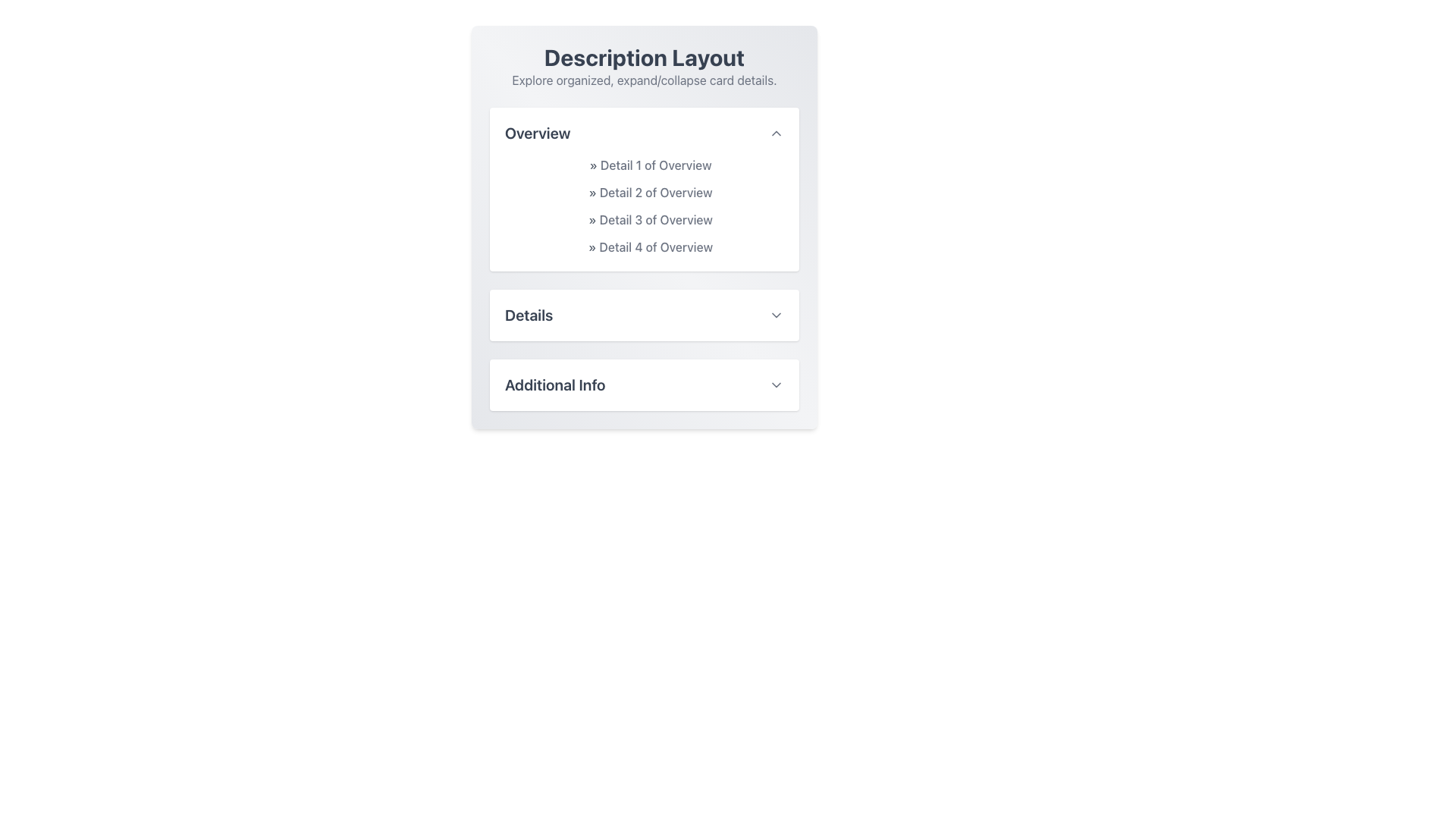  I want to click on the Collapsible section located directly below the title 'Description Layout', so click(644, 259).